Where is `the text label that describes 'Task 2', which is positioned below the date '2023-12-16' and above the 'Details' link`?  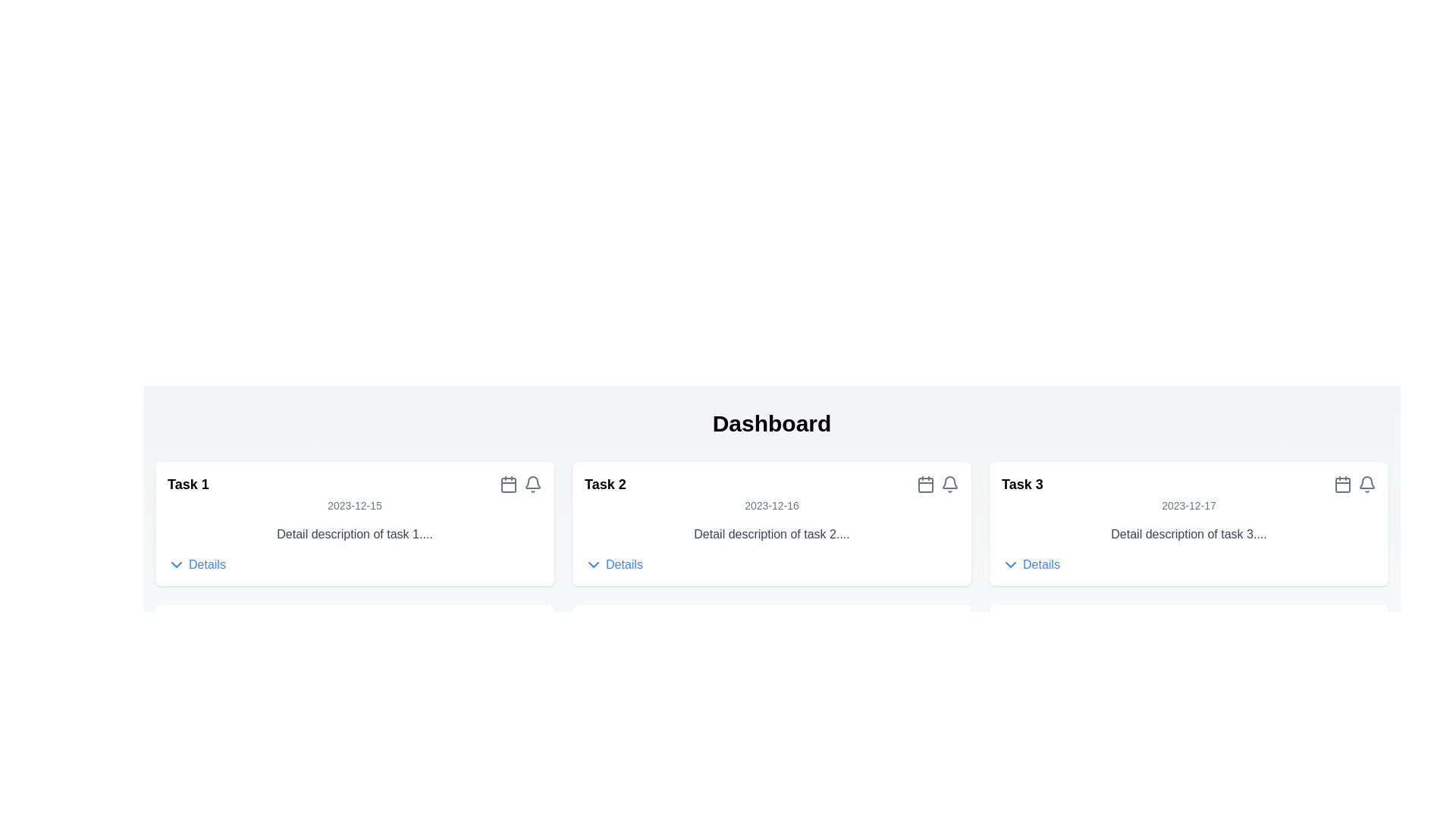 the text label that describes 'Task 2', which is positioned below the date '2023-12-16' and above the 'Details' link is located at coordinates (771, 534).